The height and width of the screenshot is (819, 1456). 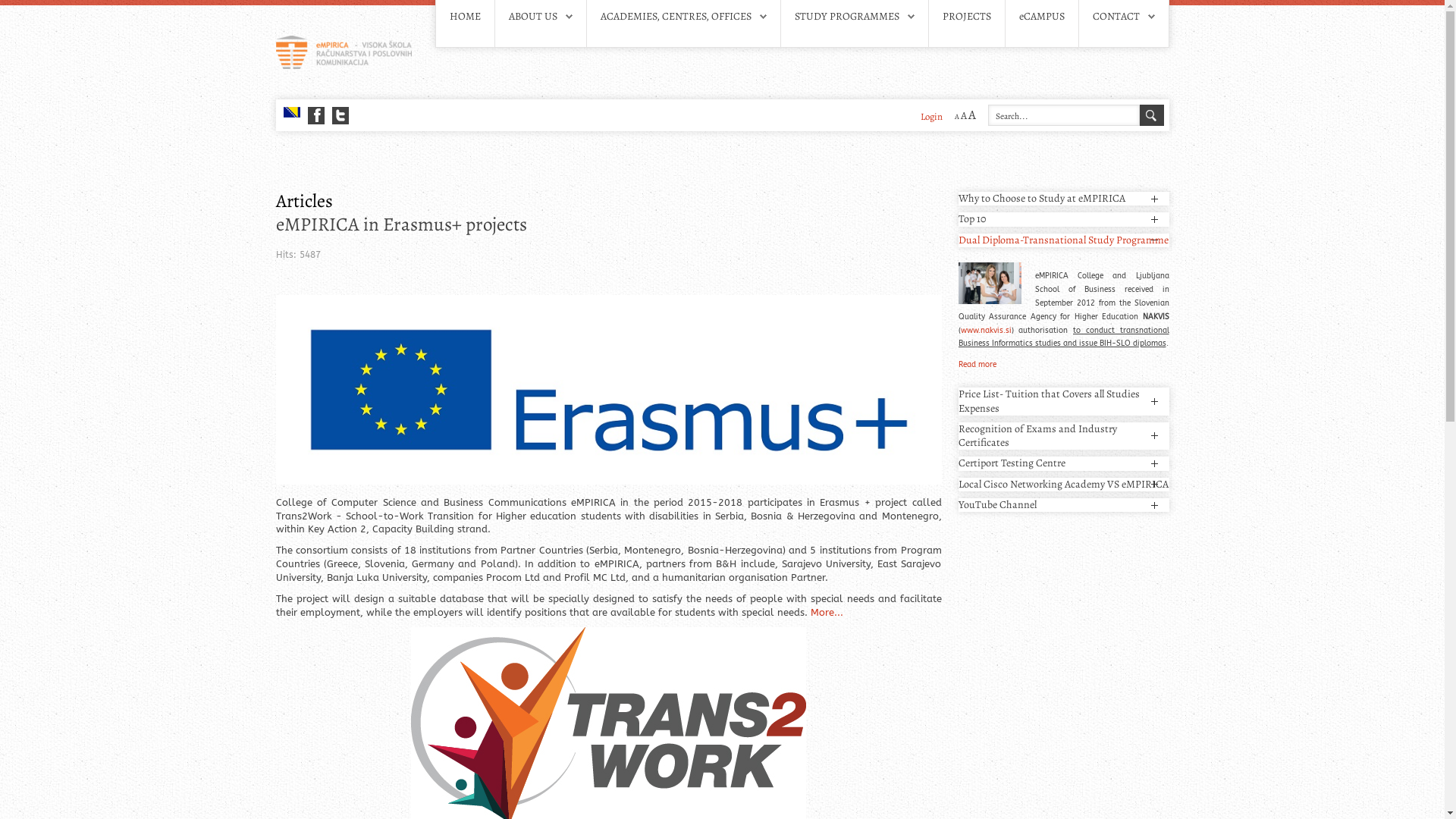 I want to click on 'A', so click(x=962, y=115).